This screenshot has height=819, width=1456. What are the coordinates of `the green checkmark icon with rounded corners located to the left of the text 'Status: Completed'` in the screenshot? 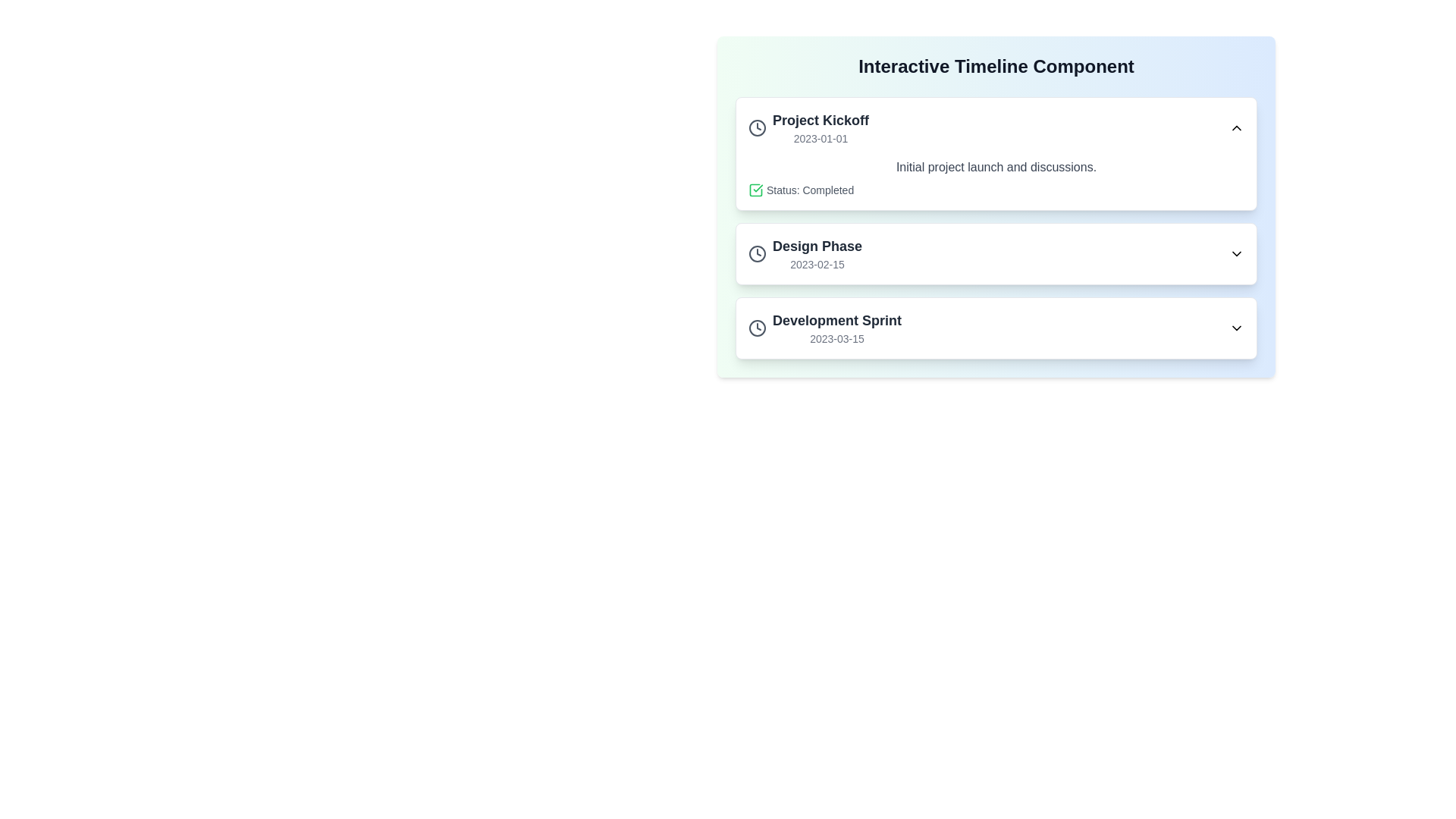 It's located at (756, 189).